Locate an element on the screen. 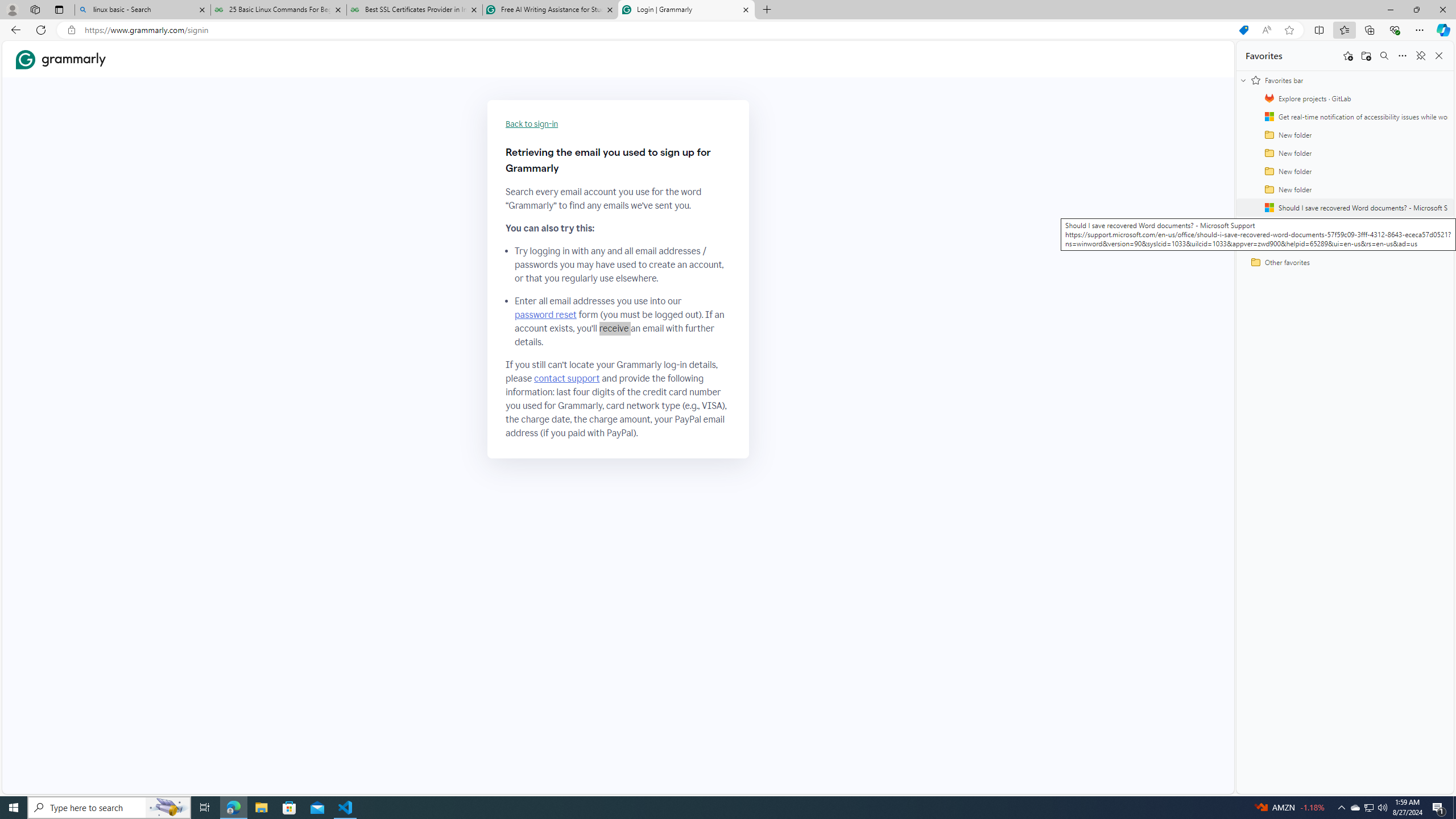 Image resolution: width=1456 pixels, height=819 pixels. '25 Basic Linux Commands For Beginners - GeeksforGeeks' is located at coordinates (278, 9).